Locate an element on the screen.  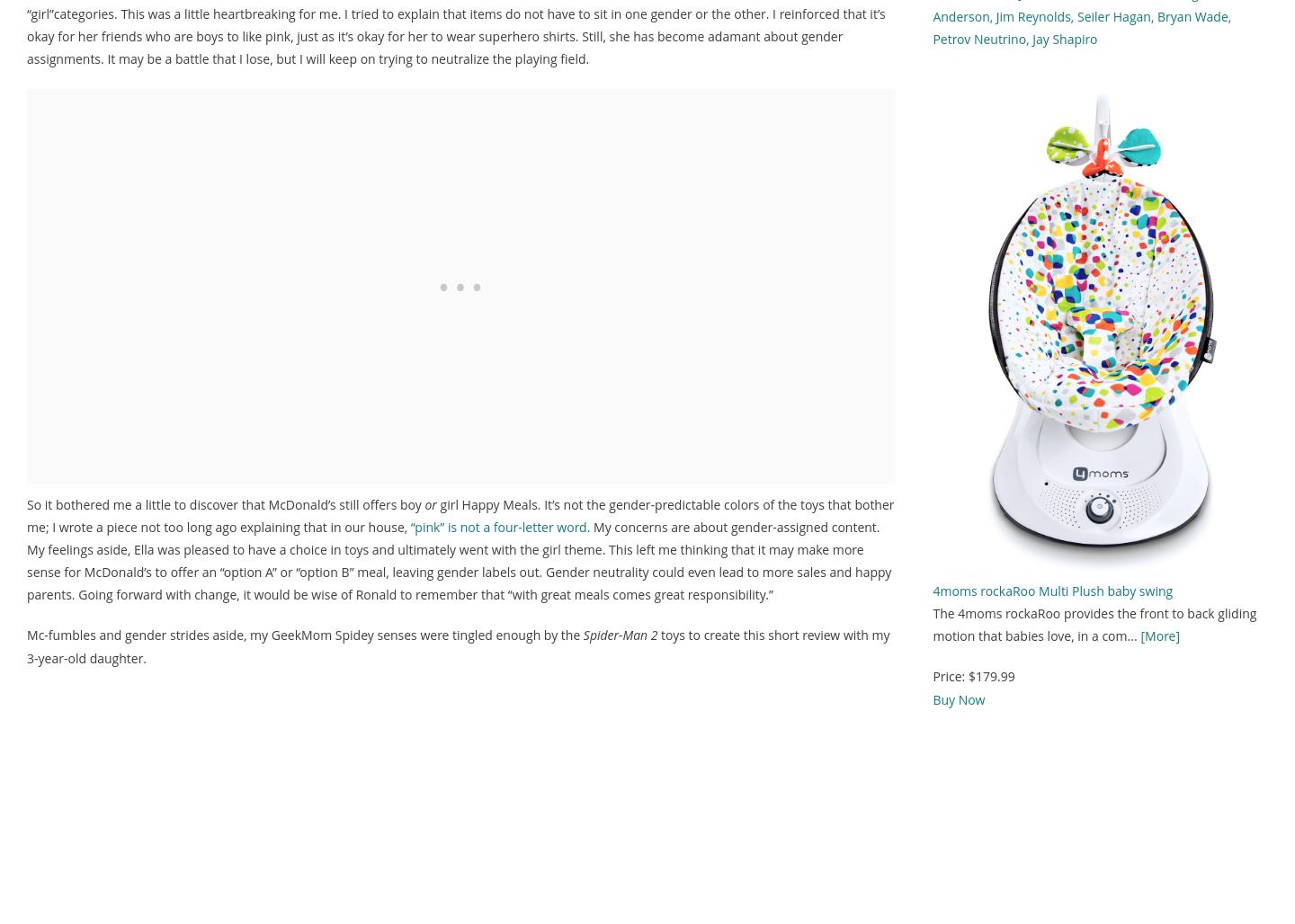
'girl Happy Meals. It’s not the gender-predictable colors of the toys that bother me; I wrote a piece not too long ago explaining that in our house,' is located at coordinates (460, 515).